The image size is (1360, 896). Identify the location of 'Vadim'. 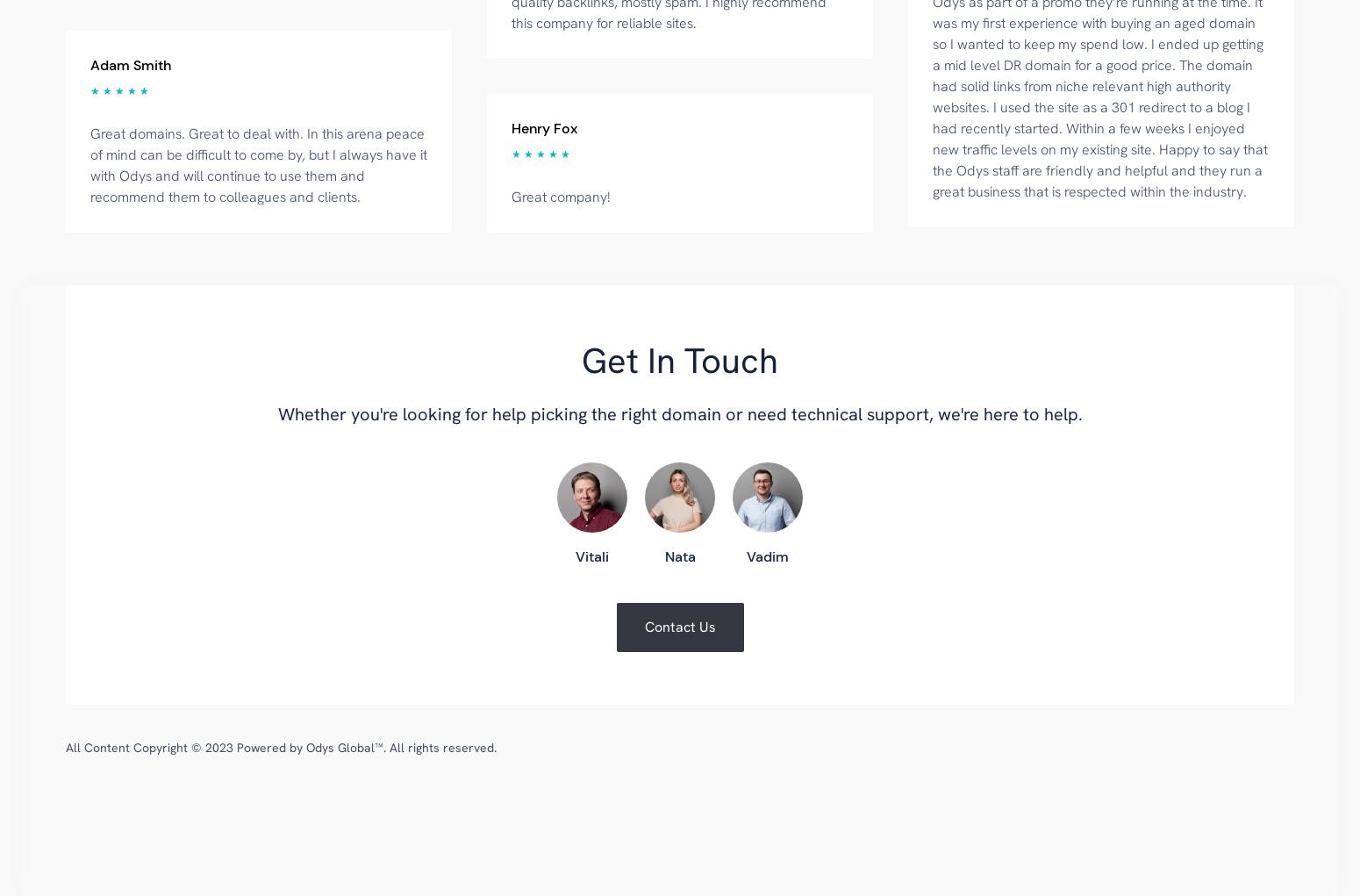
(767, 555).